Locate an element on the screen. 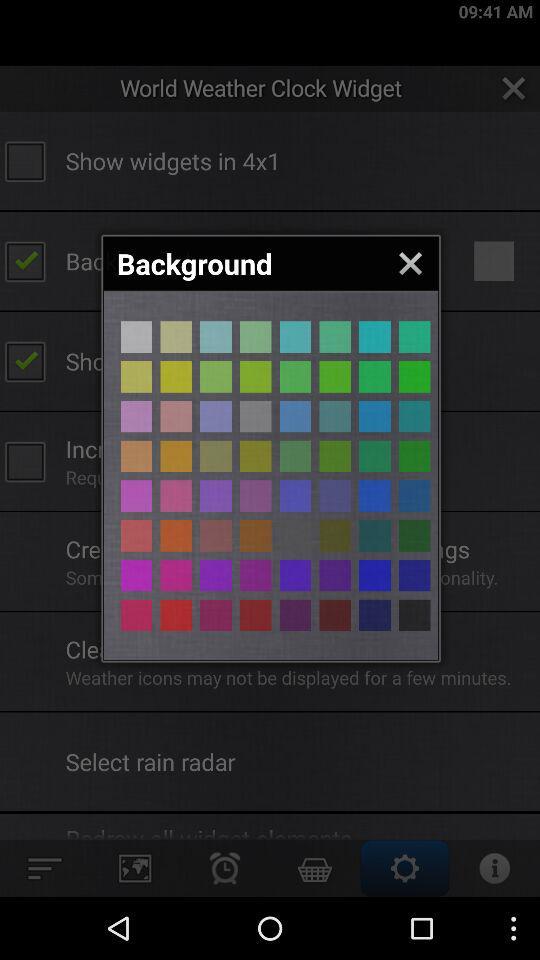 Image resolution: width=540 pixels, height=960 pixels. choose color is located at coordinates (215, 375).